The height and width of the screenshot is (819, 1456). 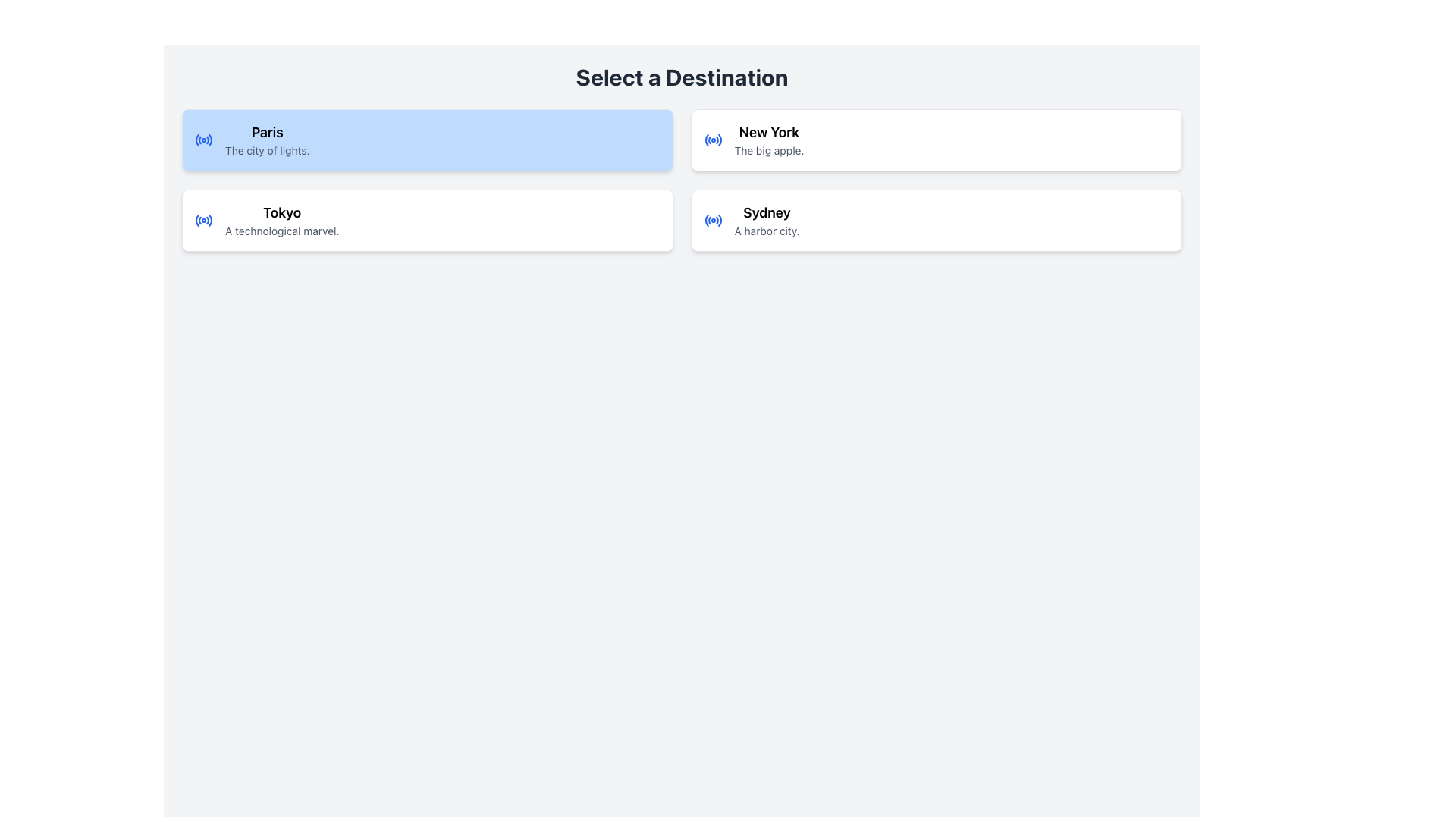 I want to click on the blue circular radio icon located to the left of the text 'Sydney' within the 'Sydney' selection card for interaction, so click(x=712, y=220).